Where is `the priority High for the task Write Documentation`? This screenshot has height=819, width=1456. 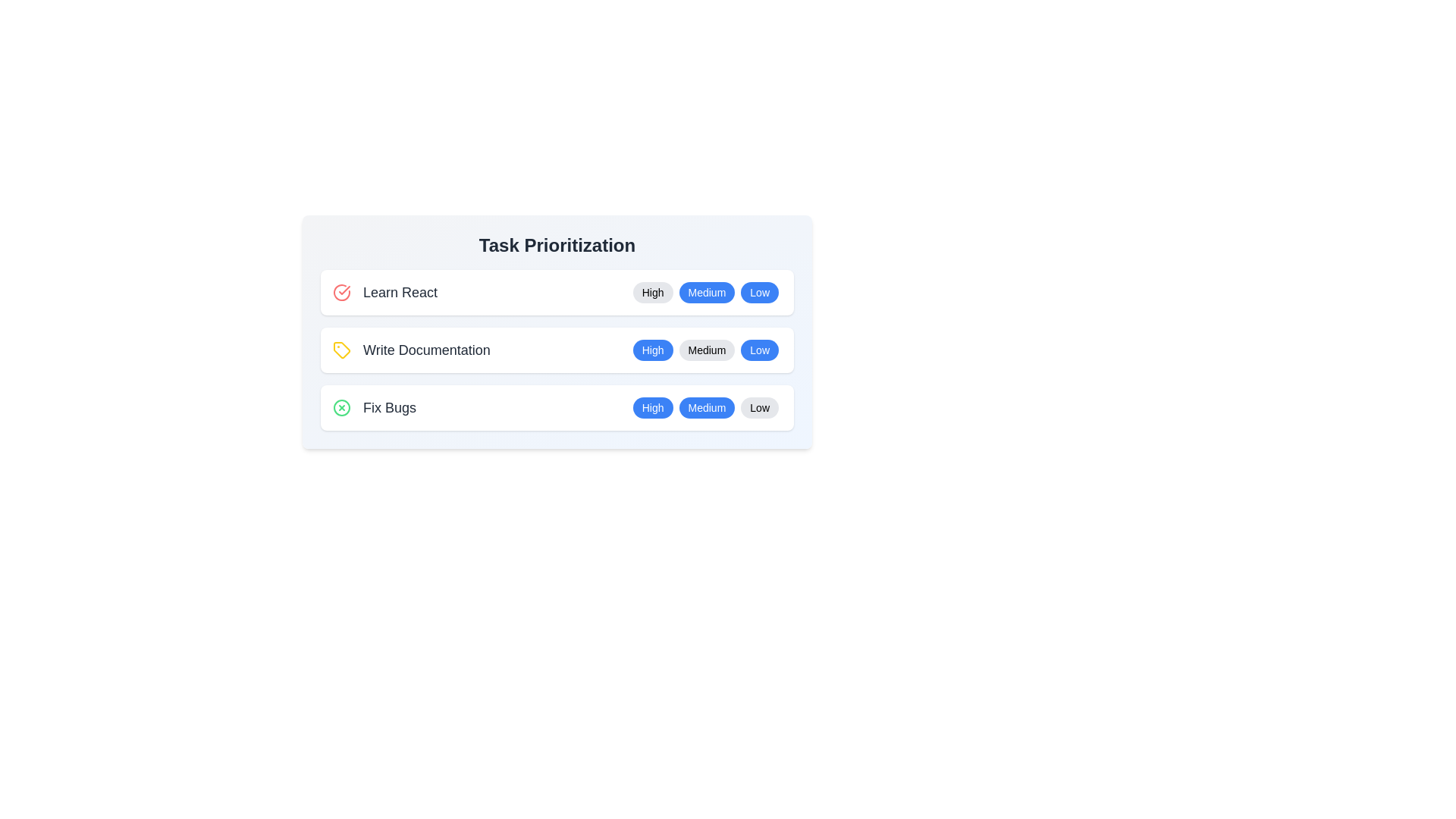
the priority High for the task Write Documentation is located at coordinates (652, 350).